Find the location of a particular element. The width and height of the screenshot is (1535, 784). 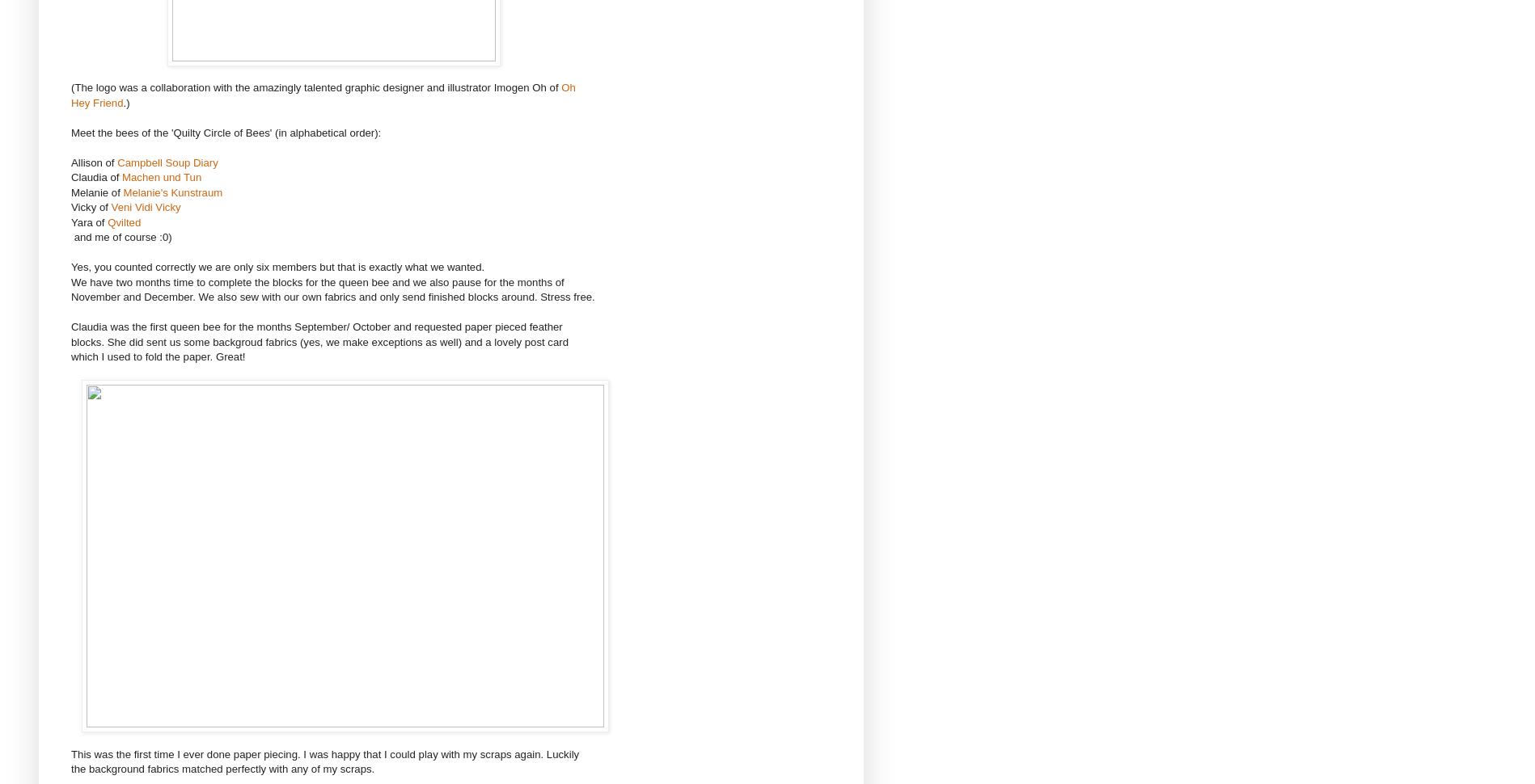

'Melanie's Kunstraum' is located at coordinates (171, 192).